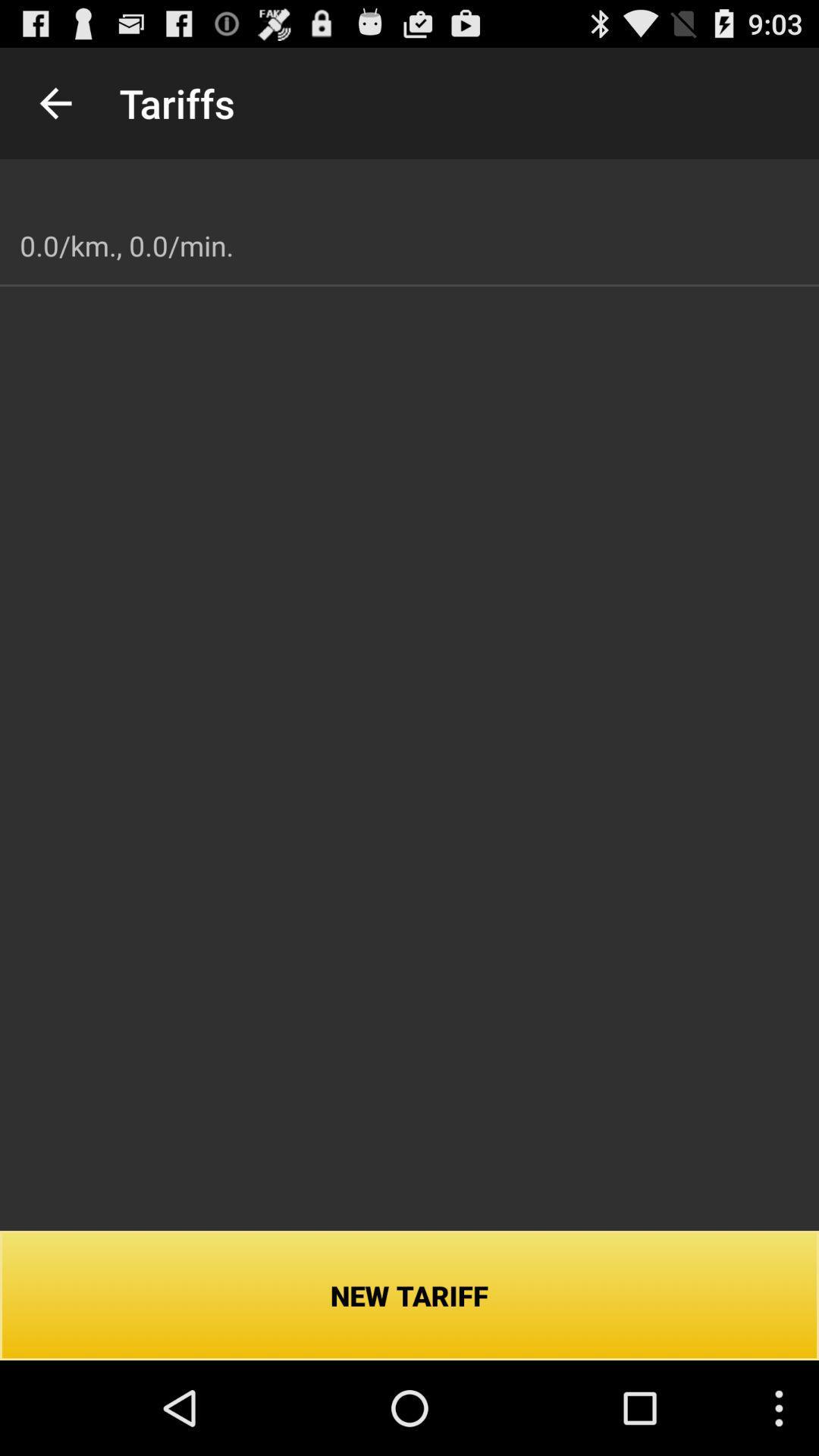  Describe the element at coordinates (409, 1294) in the screenshot. I see `new tariff` at that location.